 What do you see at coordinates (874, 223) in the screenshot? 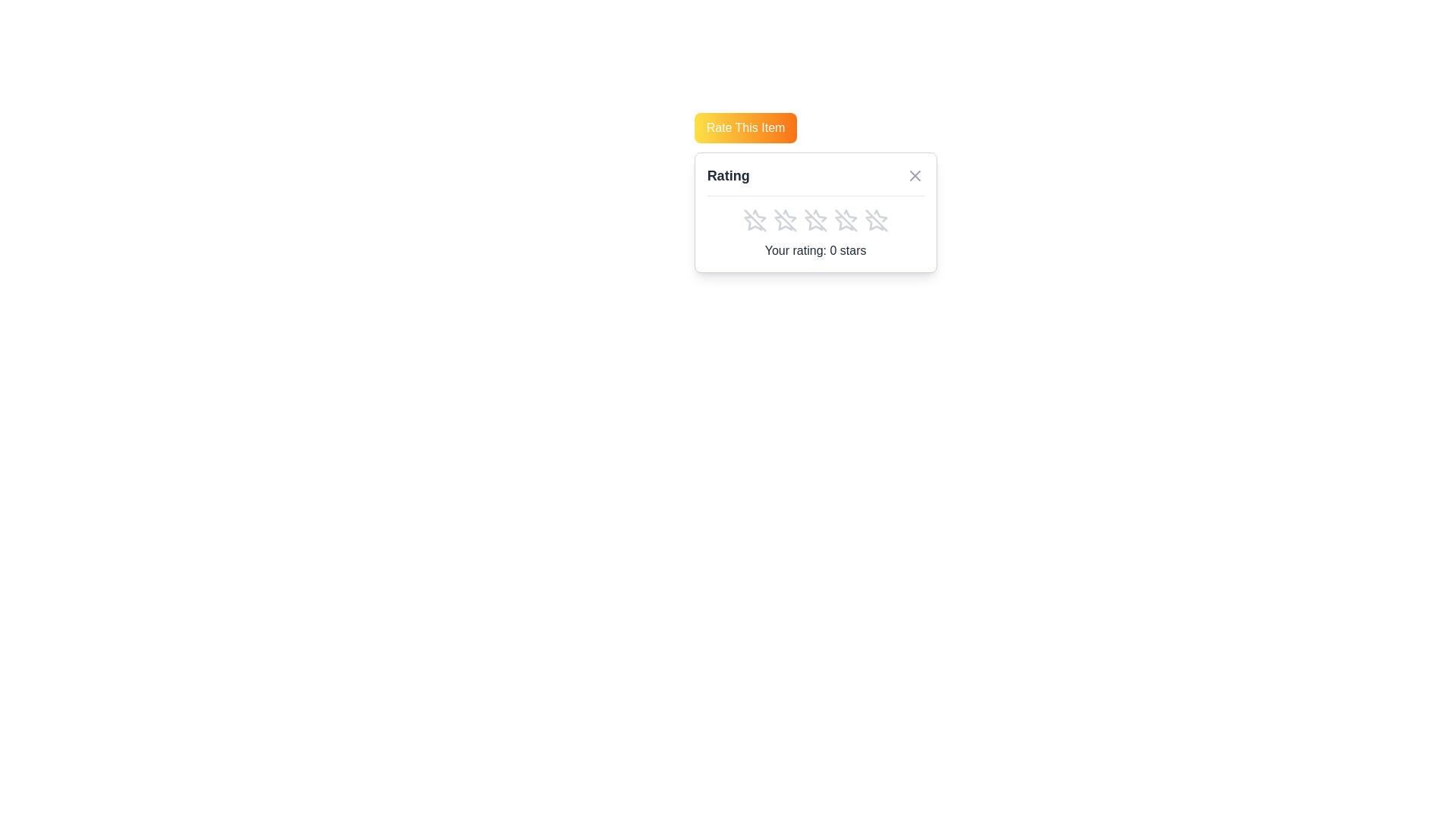
I see `the fifth star icon in the rating widget` at bounding box center [874, 223].